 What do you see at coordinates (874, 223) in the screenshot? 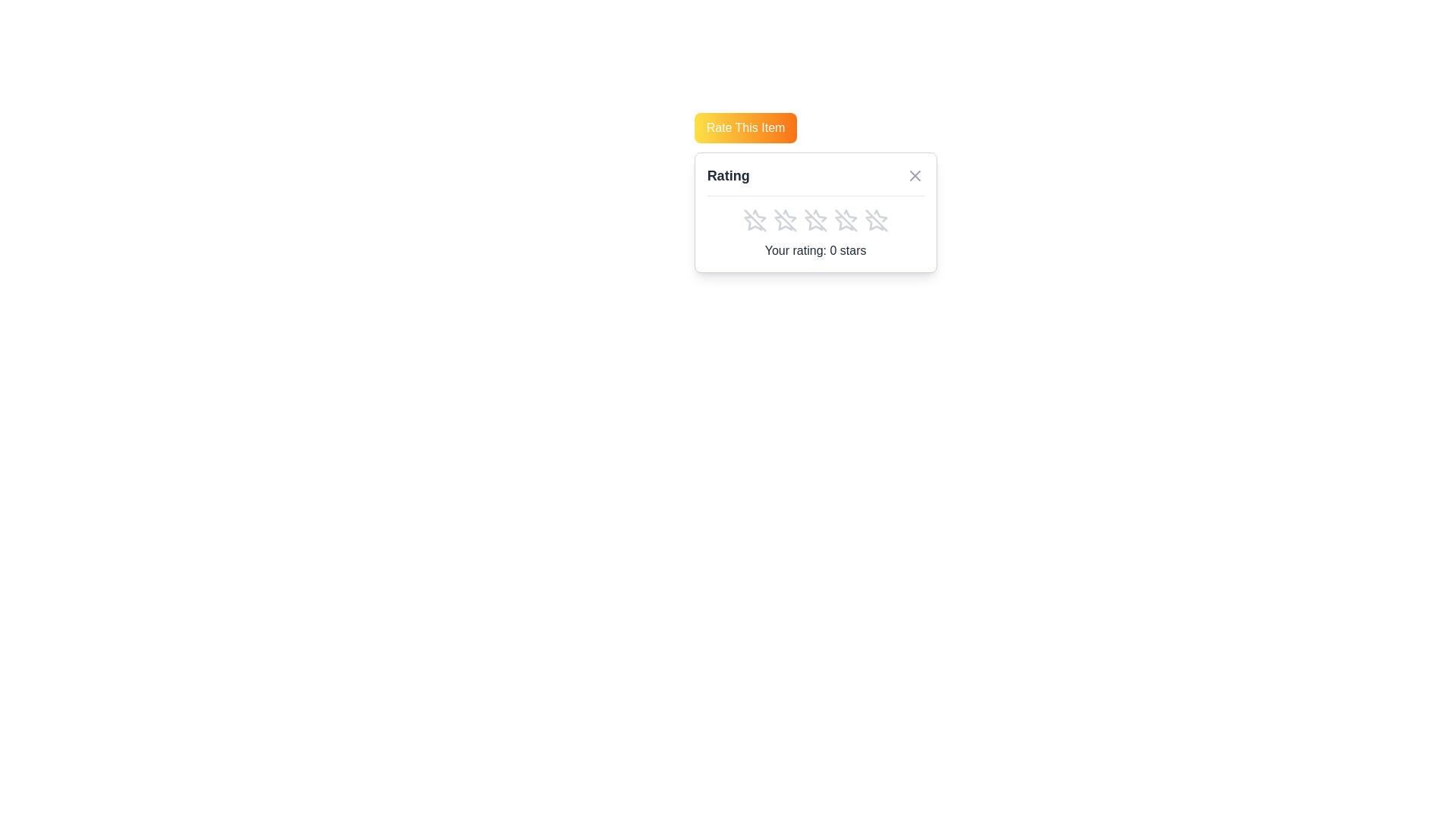
I see `the fifth star icon in the rating widget` at bounding box center [874, 223].